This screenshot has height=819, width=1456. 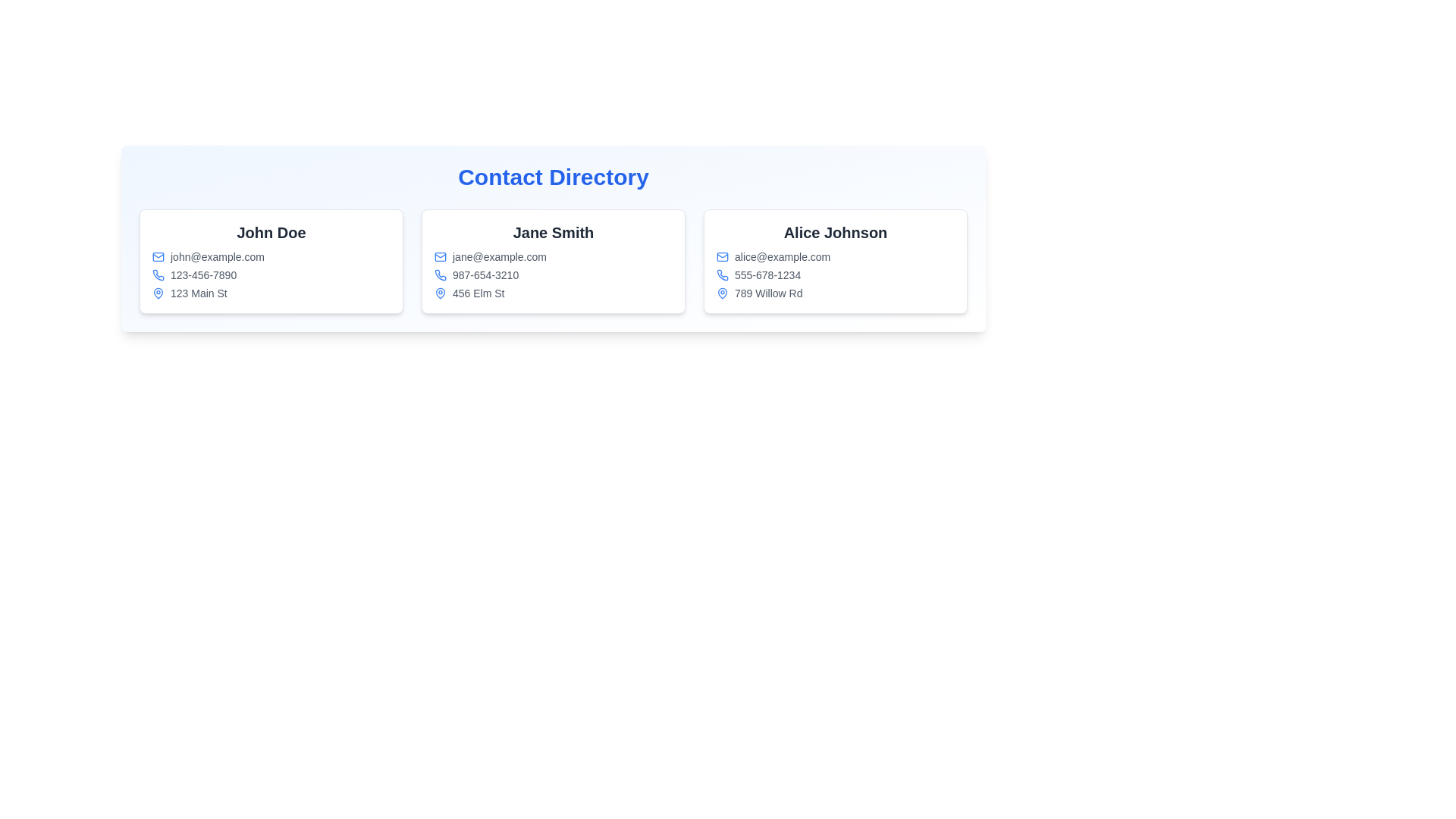 What do you see at coordinates (158, 292) in the screenshot?
I see `the location marker icon next to '123 Main St' in John Doe's contact card` at bounding box center [158, 292].